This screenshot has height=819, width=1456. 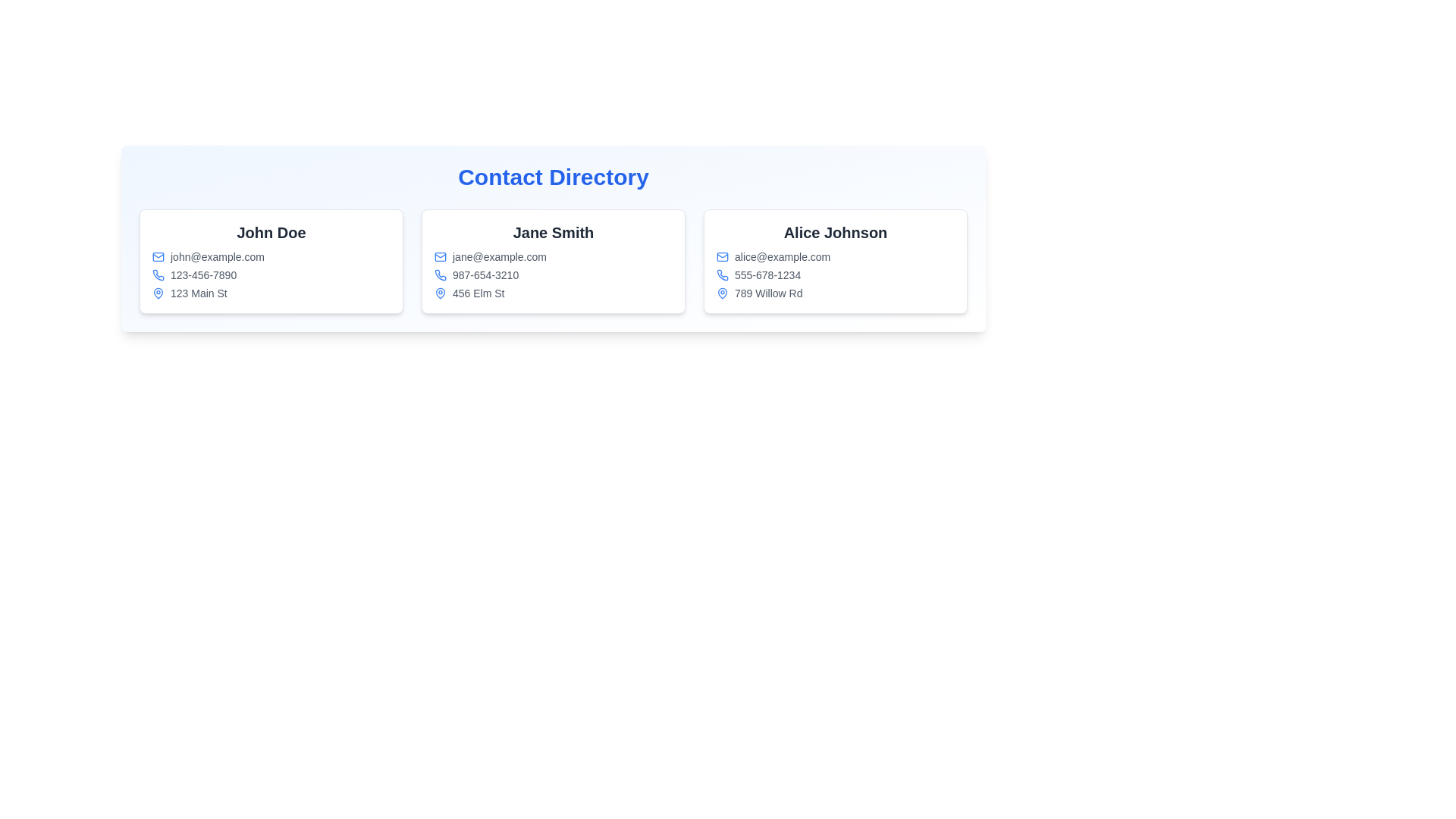 What do you see at coordinates (158, 292) in the screenshot?
I see `the location marker icon next to '123 Main St' in John Doe's contact card` at bounding box center [158, 292].